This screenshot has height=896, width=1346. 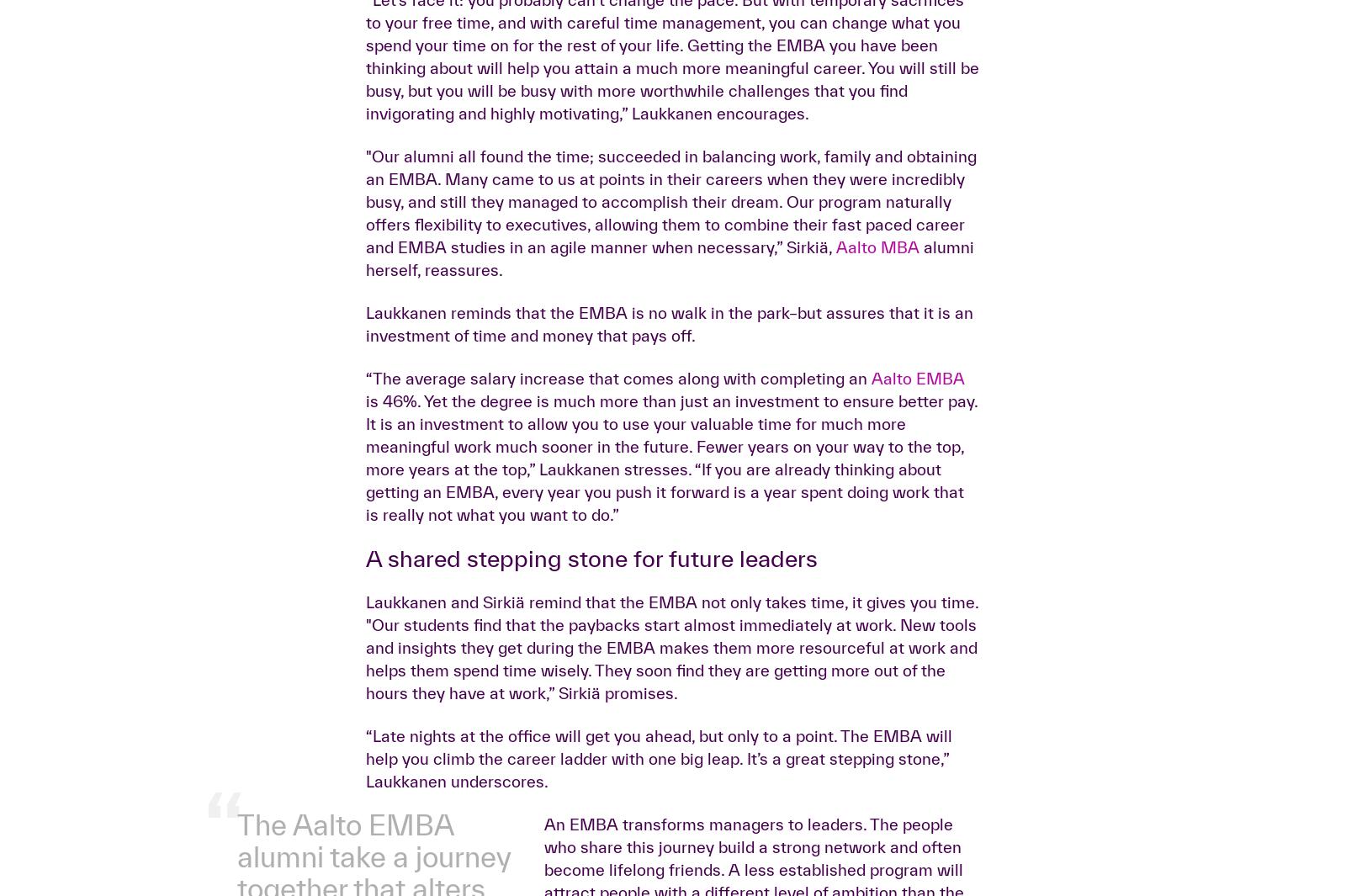 I want to click on 'is 46%. Yet the degree is much more than just an investment to ensure better pay. It is an investment to allow you to use your valuable time for much more meaningful work much sooner in the future. Fewer years on your way to the top, more years at the top,” Laukkanen stresses. “If you are already thinking about getting an EMBA, every year you push it forward is a year spent doing work that is really not what you want to do.”', so click(x=671, y=723).